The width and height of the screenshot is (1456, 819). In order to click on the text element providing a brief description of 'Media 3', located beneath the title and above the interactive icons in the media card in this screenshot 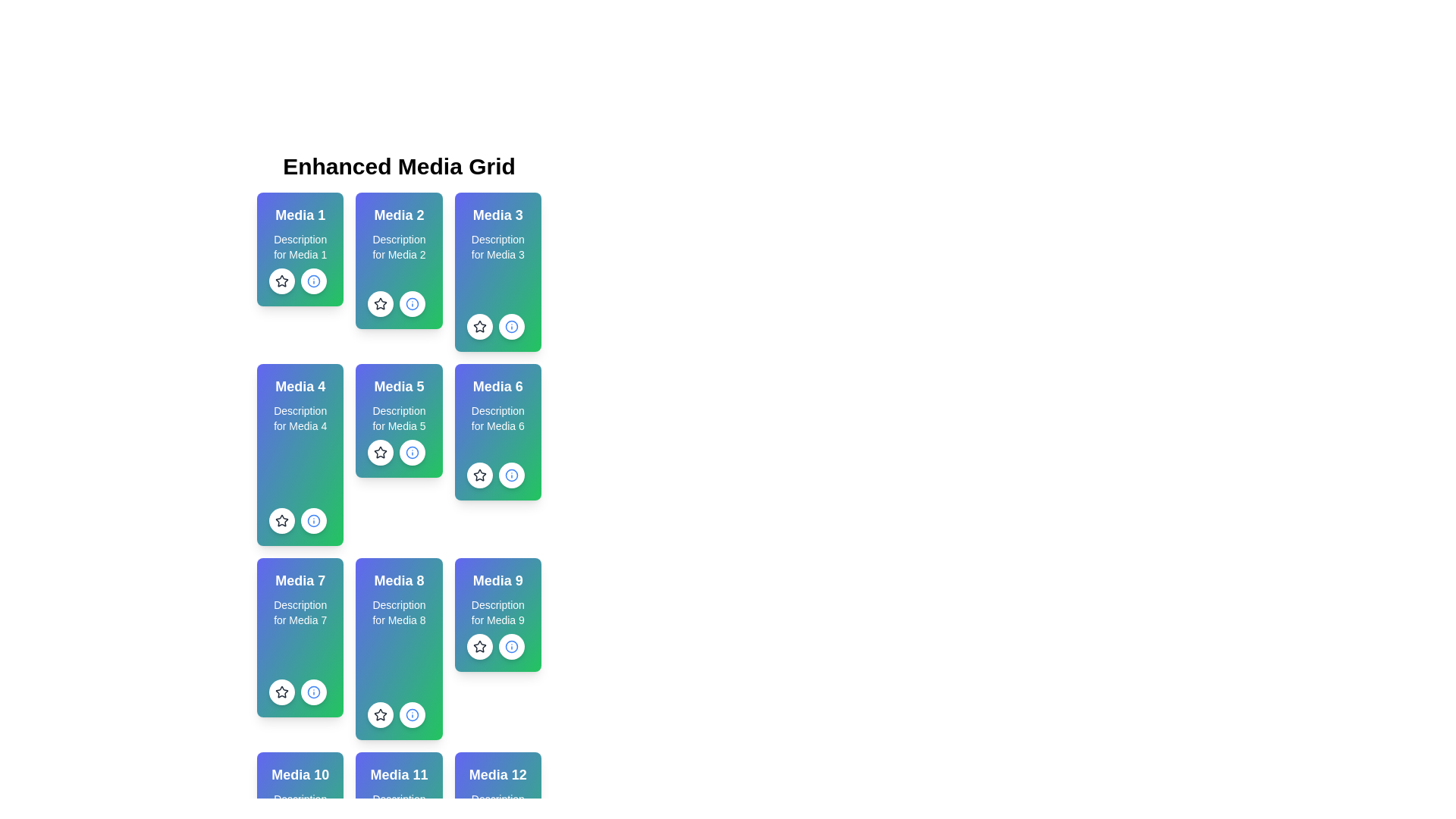, I will do `click(497, 246)`.